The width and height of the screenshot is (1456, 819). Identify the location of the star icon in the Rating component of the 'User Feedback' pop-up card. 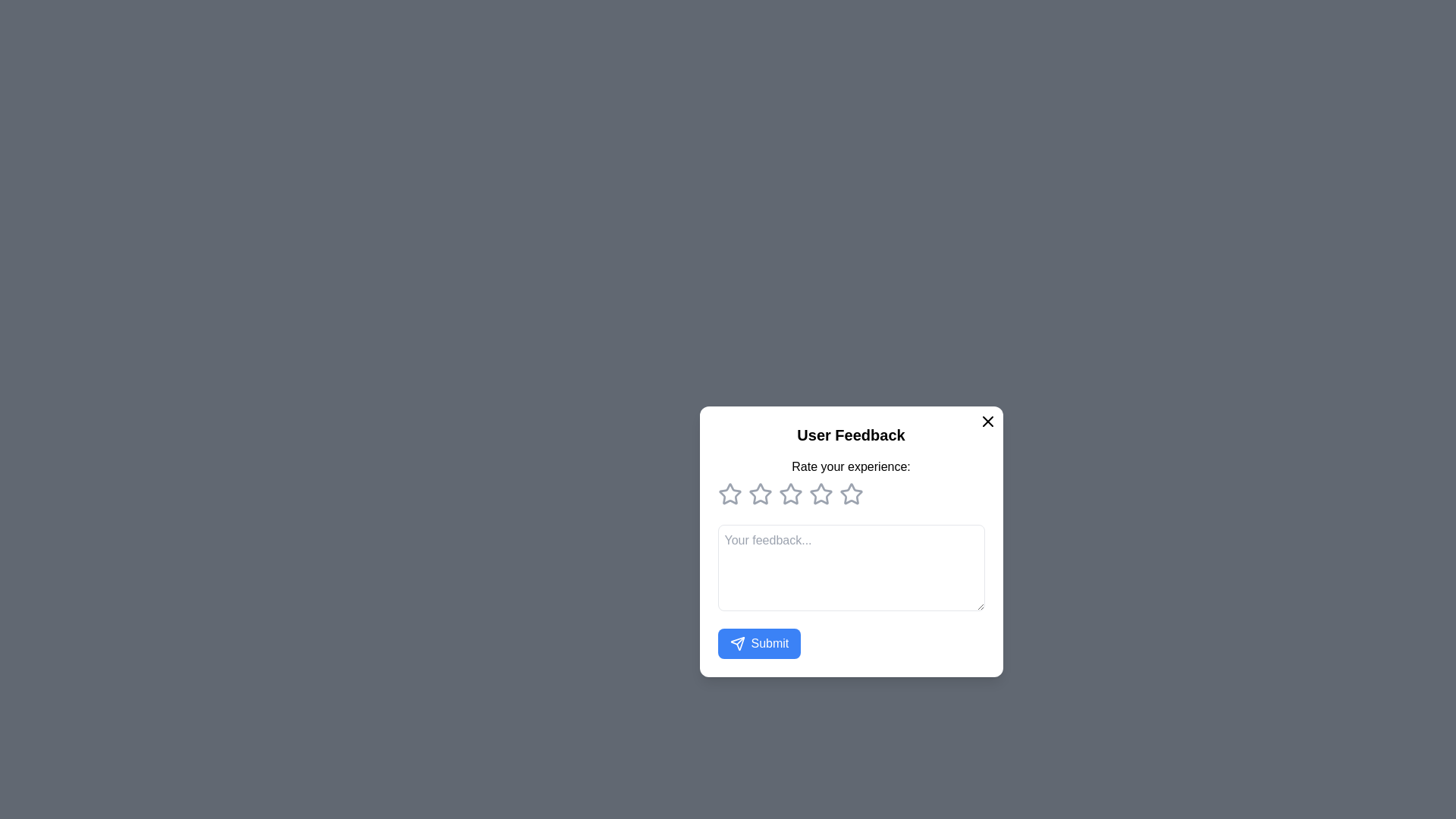
(851, 482).